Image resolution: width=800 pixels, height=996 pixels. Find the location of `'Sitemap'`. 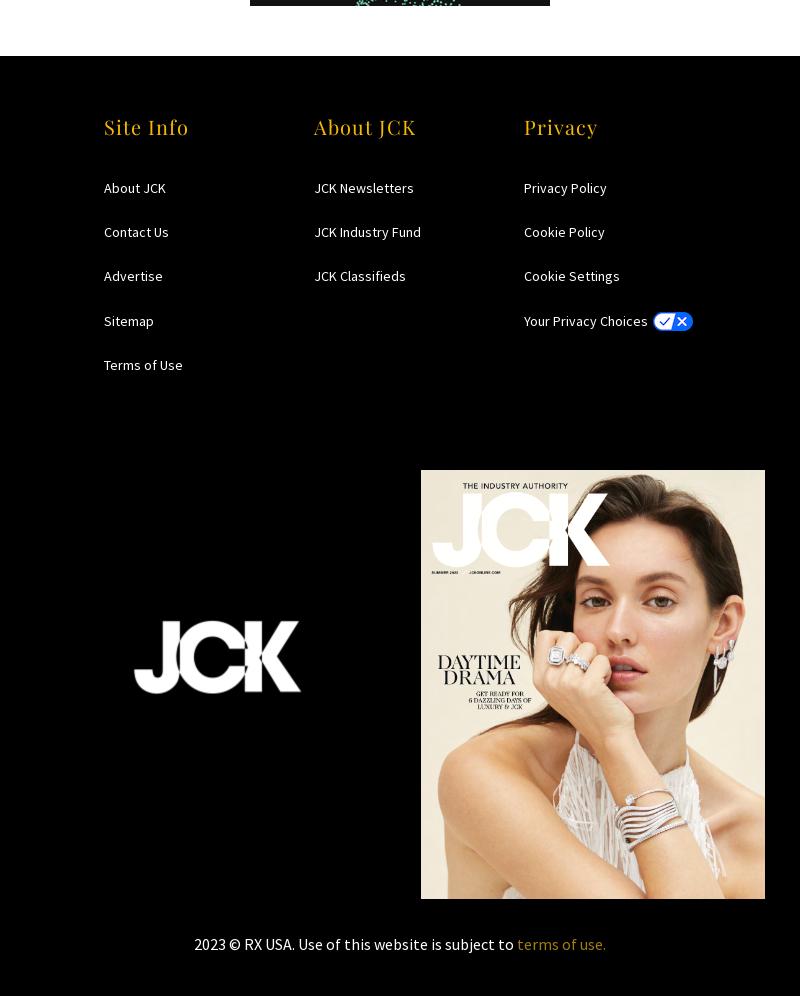

'Sitemap' is located at coordinates (128, 319).